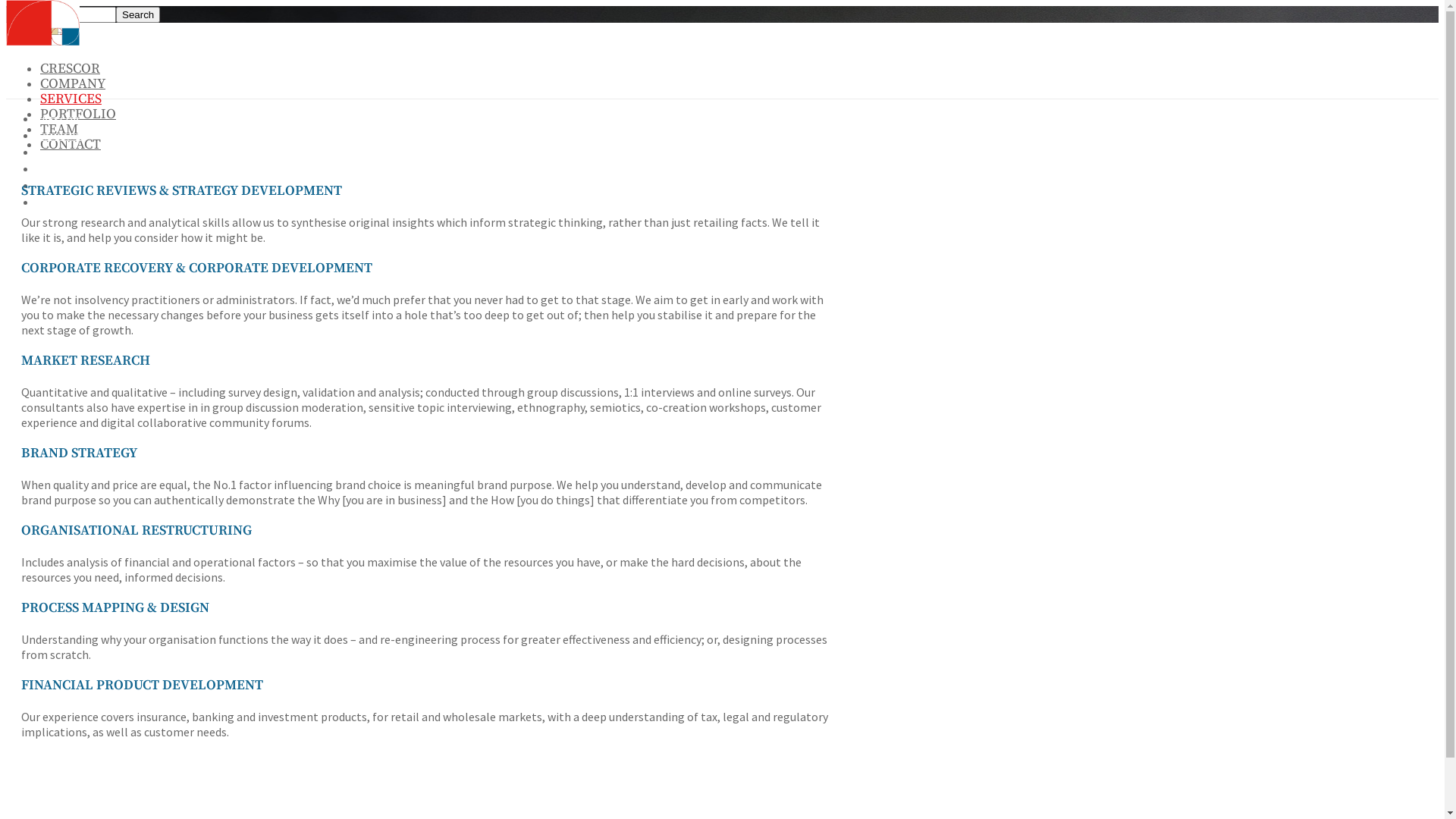 The height and width of the screenshot is (819, 1456). Describe the element at coordinates (58, 128) in the screenshot. I see `'TEAM'` at that location.